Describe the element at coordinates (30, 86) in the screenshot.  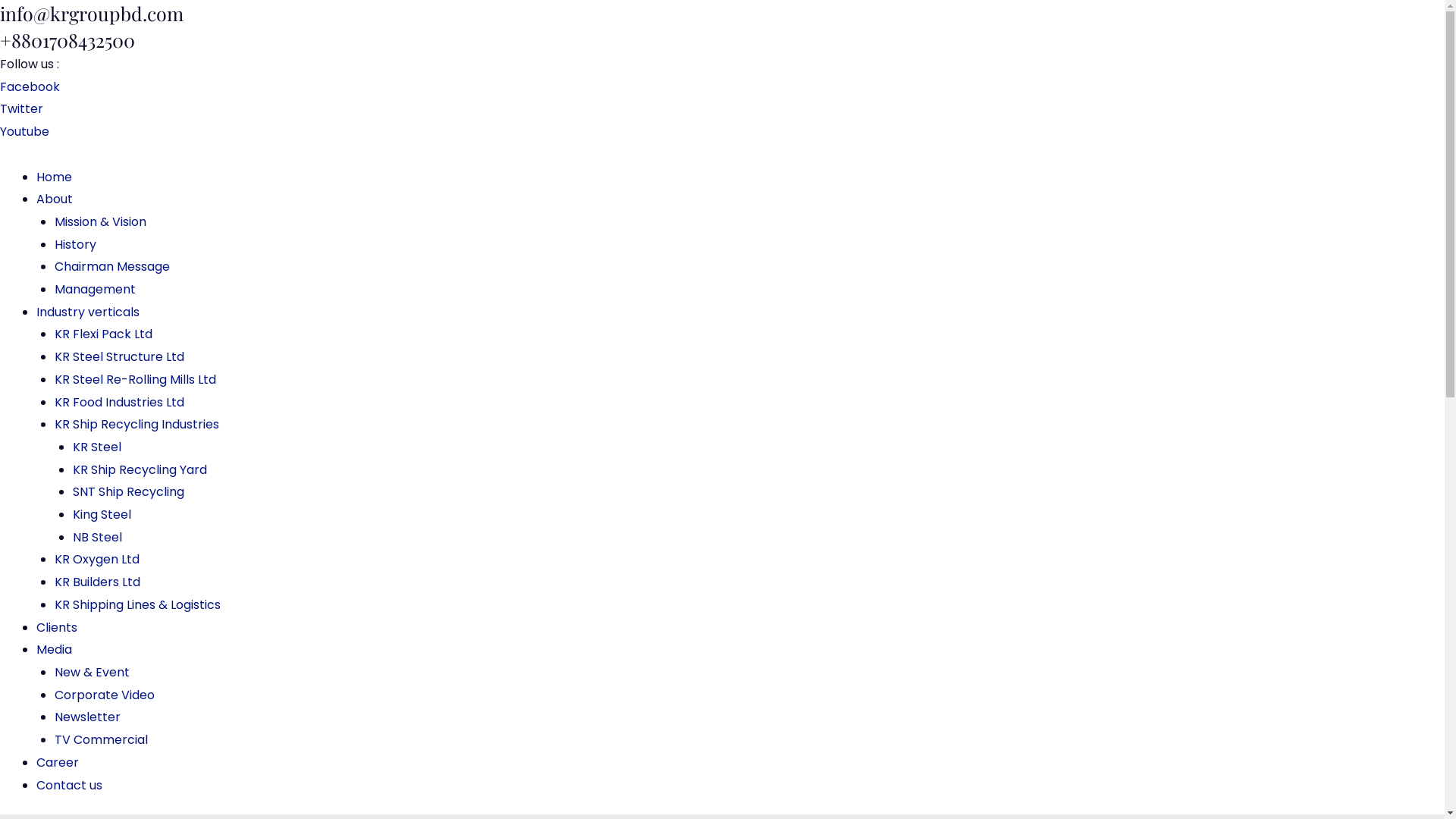
I see `'Facebook'` at that location.